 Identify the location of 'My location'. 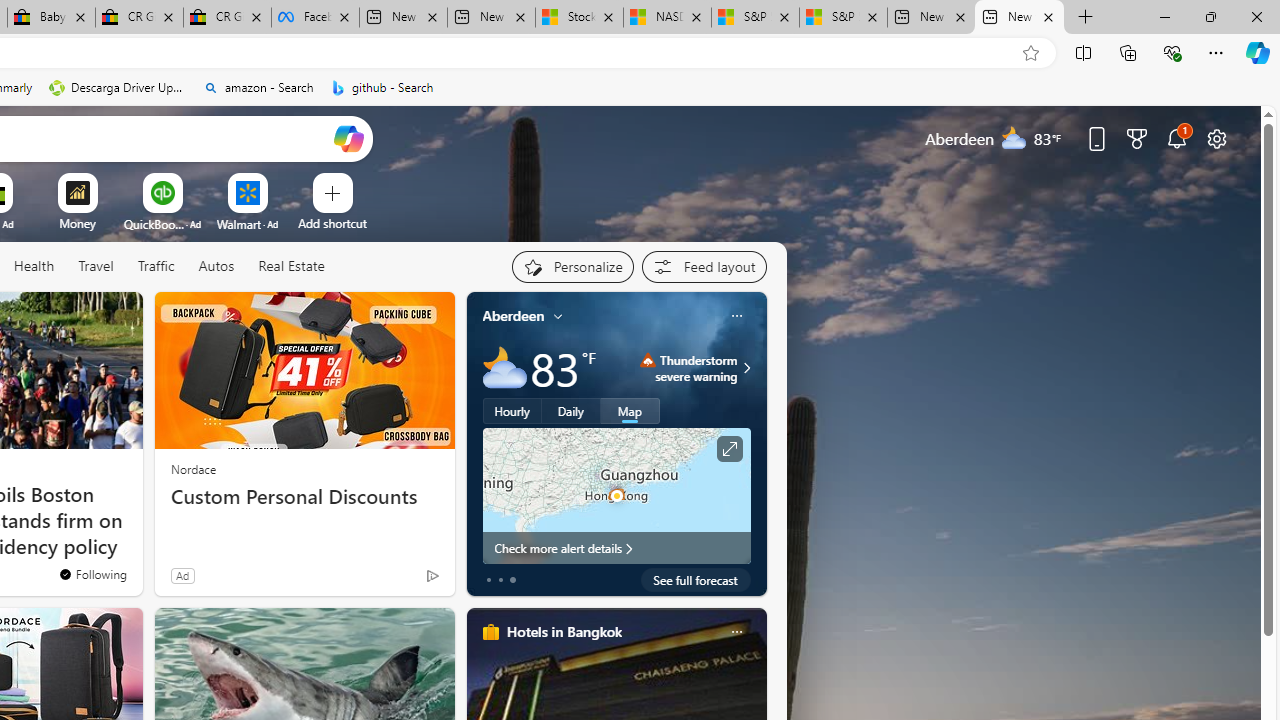
(558, 315).